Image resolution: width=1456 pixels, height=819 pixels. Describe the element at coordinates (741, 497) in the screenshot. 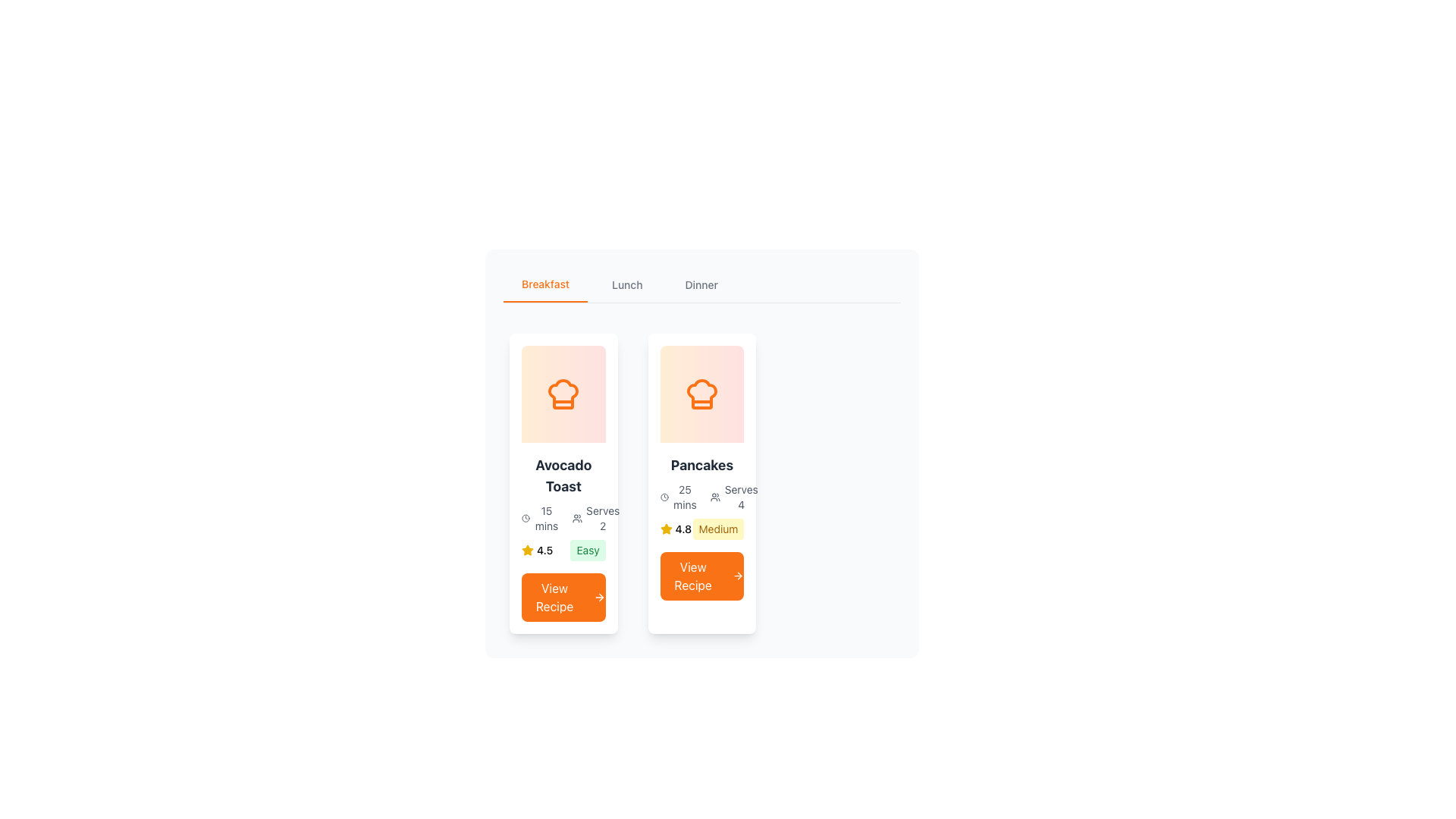

I see `the static text label indicating the number of servings for the 'Pancakes' recipe, located on the right side below the header and next to the icon representing individuals` at that location.